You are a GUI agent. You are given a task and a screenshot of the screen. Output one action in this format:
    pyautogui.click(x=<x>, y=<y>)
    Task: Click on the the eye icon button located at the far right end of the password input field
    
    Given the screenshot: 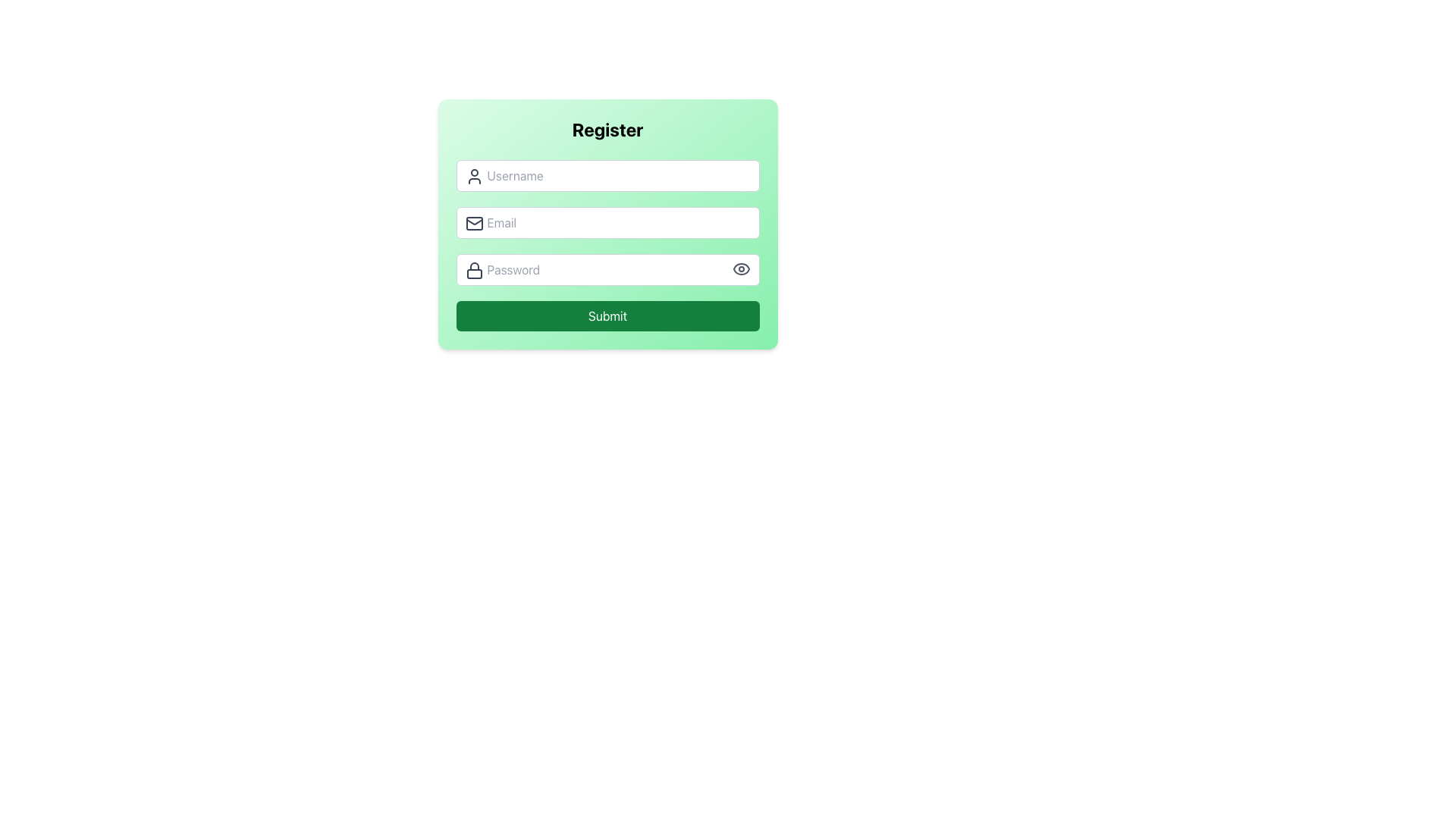 What is the action you would take?
    pyautogui.click(x=741, y=268)
    